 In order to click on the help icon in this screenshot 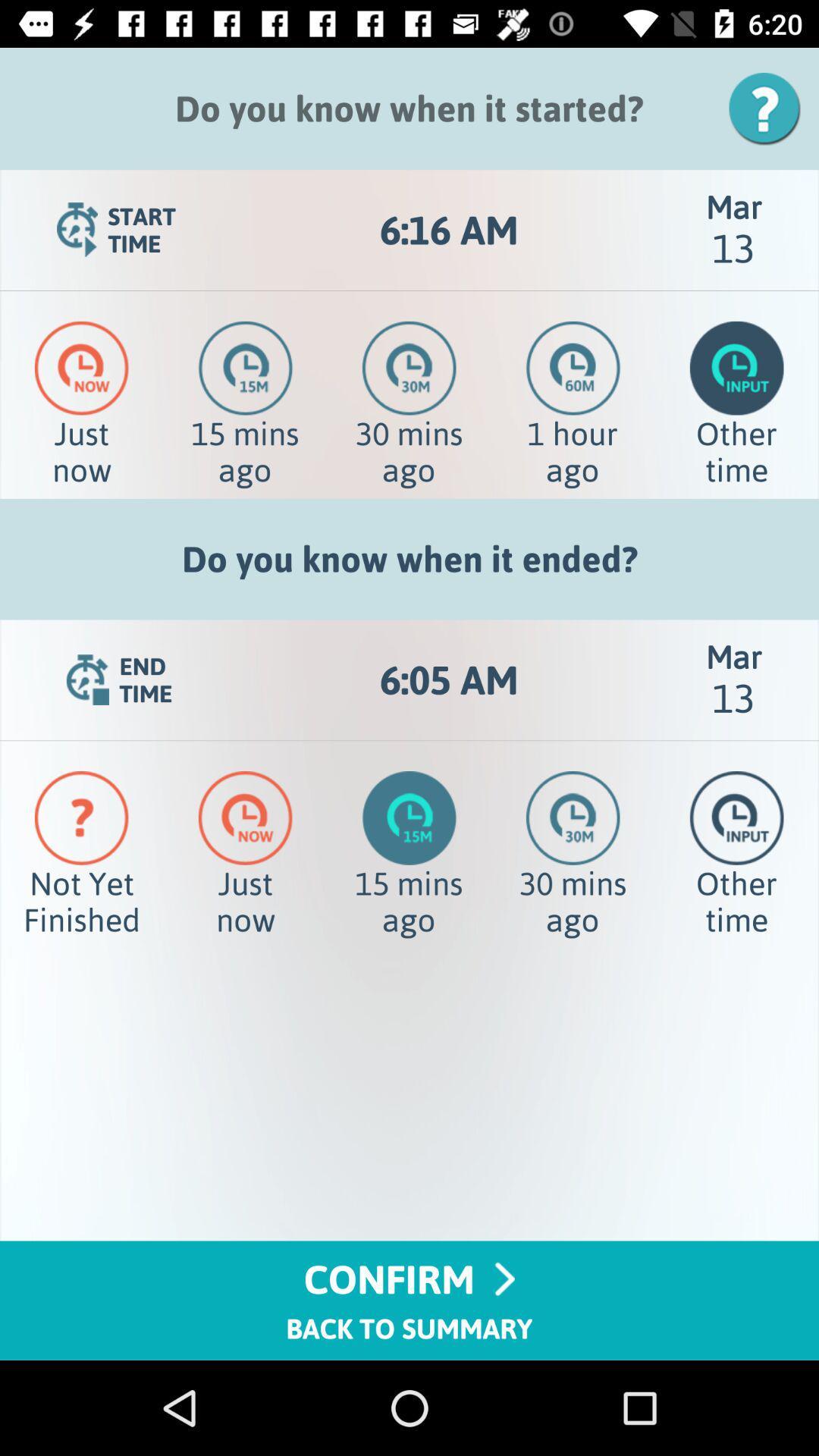, I will do `click(770, 108)`.